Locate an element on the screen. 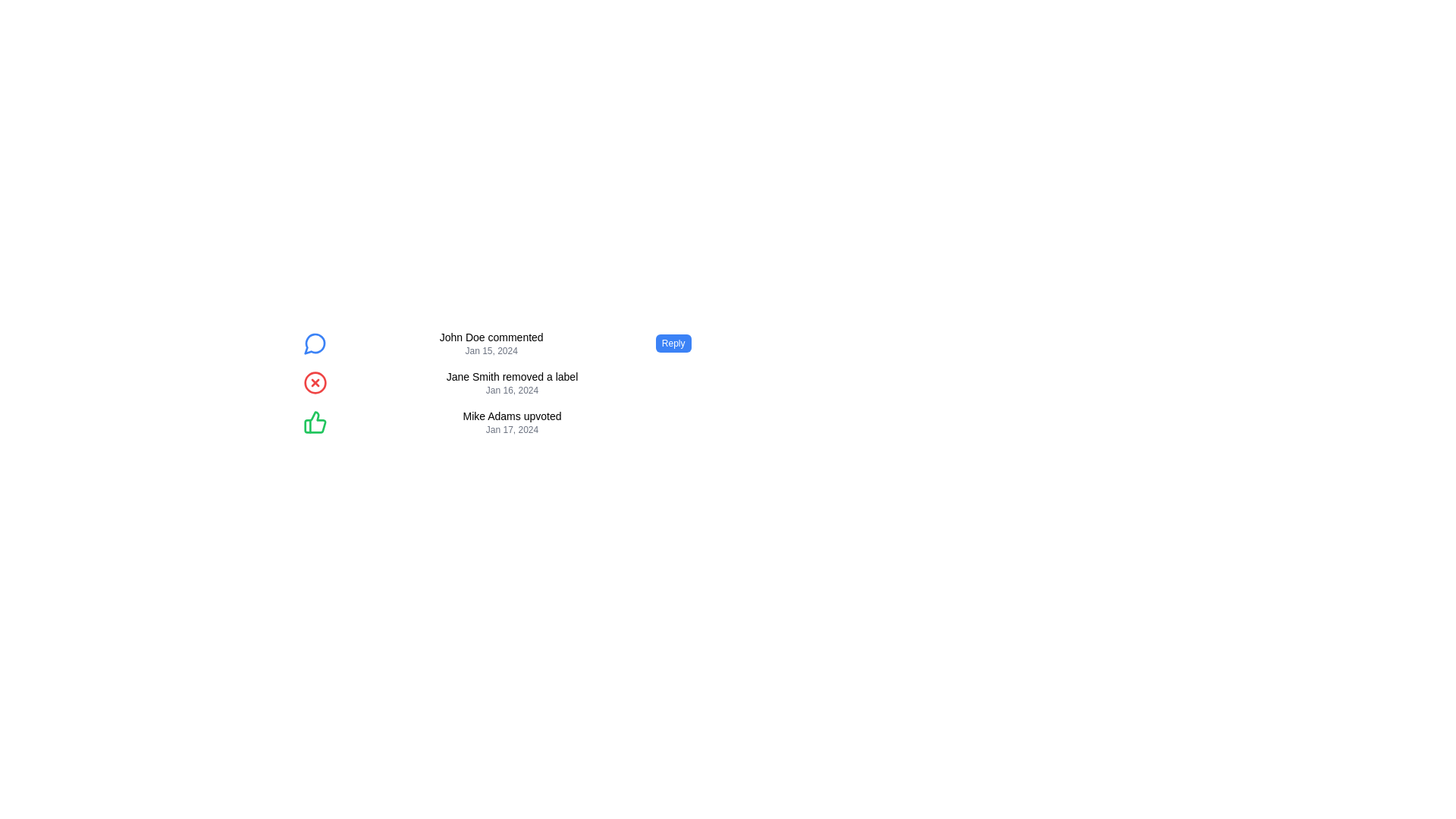  text label indicating that Mike Adams upvoted on Jan 17, 2024, located below Jane Smith's entry and next to a thumbs-up icon is located at coordinates (512, 422).